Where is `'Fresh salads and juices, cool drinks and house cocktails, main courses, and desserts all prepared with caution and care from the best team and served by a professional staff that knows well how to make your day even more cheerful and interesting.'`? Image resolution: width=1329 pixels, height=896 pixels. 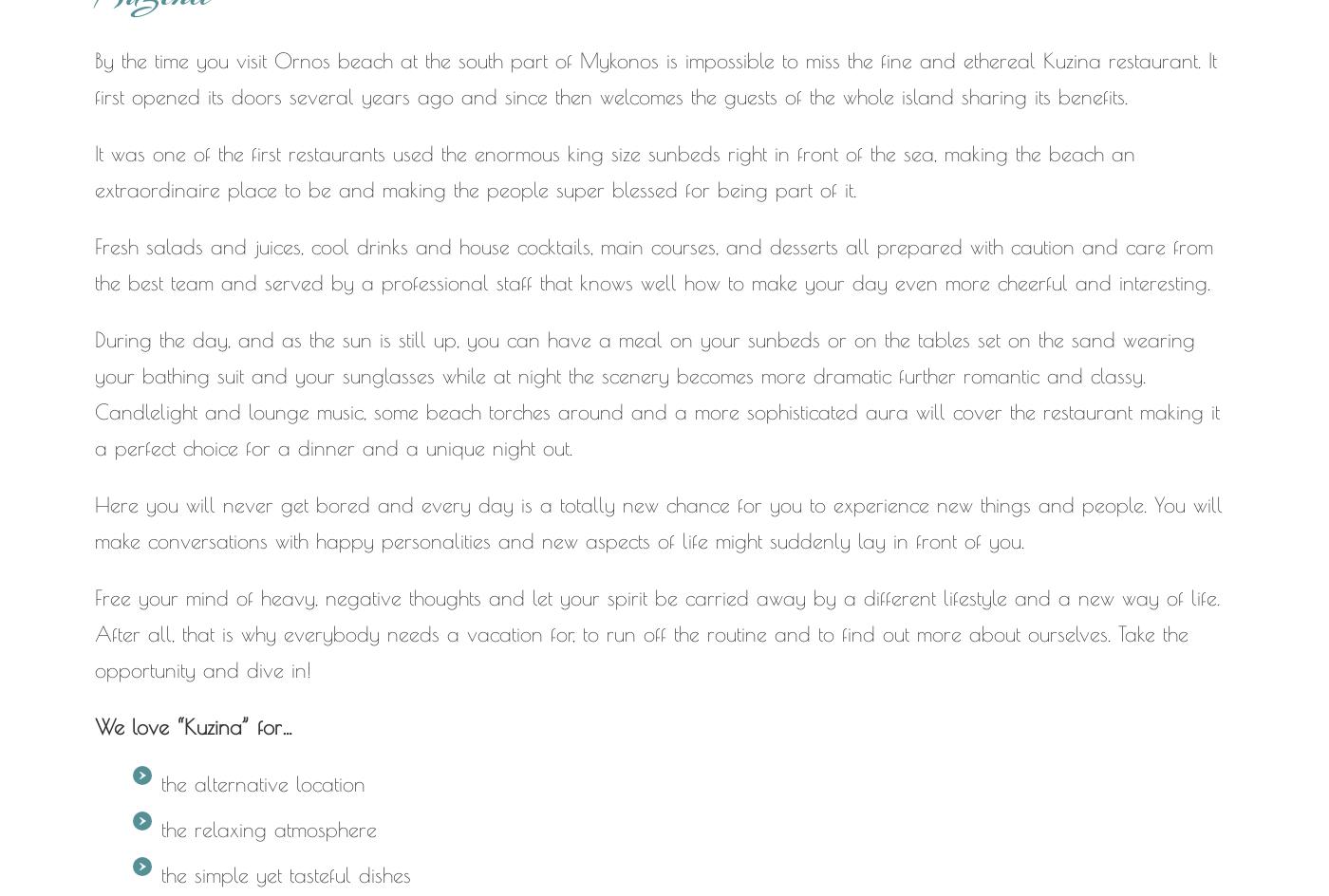 'Fresh salads and juices, cool drinks and house cocktails, main courses, and desserts all prepared with caution and care from the best team and served by a professional staff that knows well how to make your day even more cheerful and interesting.' is located at coordinates (653, 265).